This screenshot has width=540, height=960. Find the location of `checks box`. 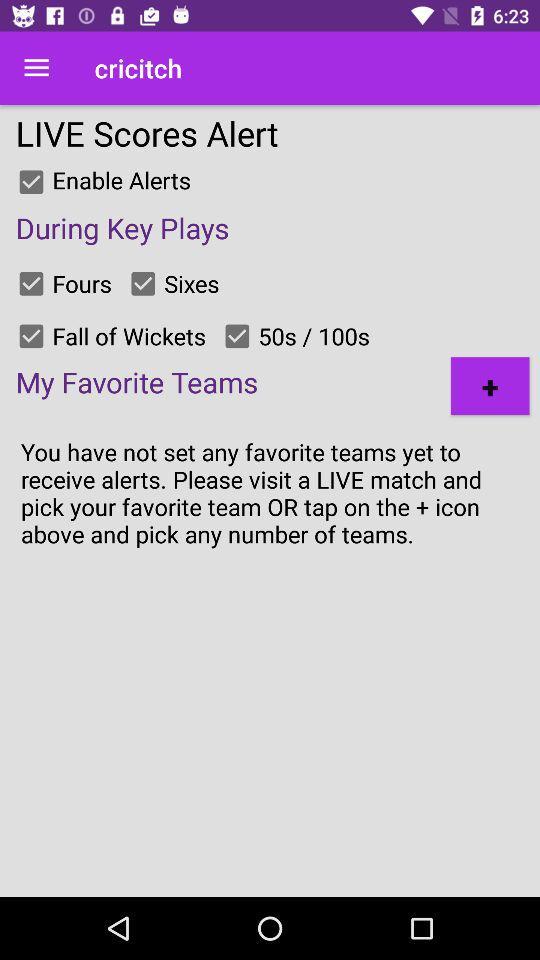

checks box is located at coordinates (30, 336).